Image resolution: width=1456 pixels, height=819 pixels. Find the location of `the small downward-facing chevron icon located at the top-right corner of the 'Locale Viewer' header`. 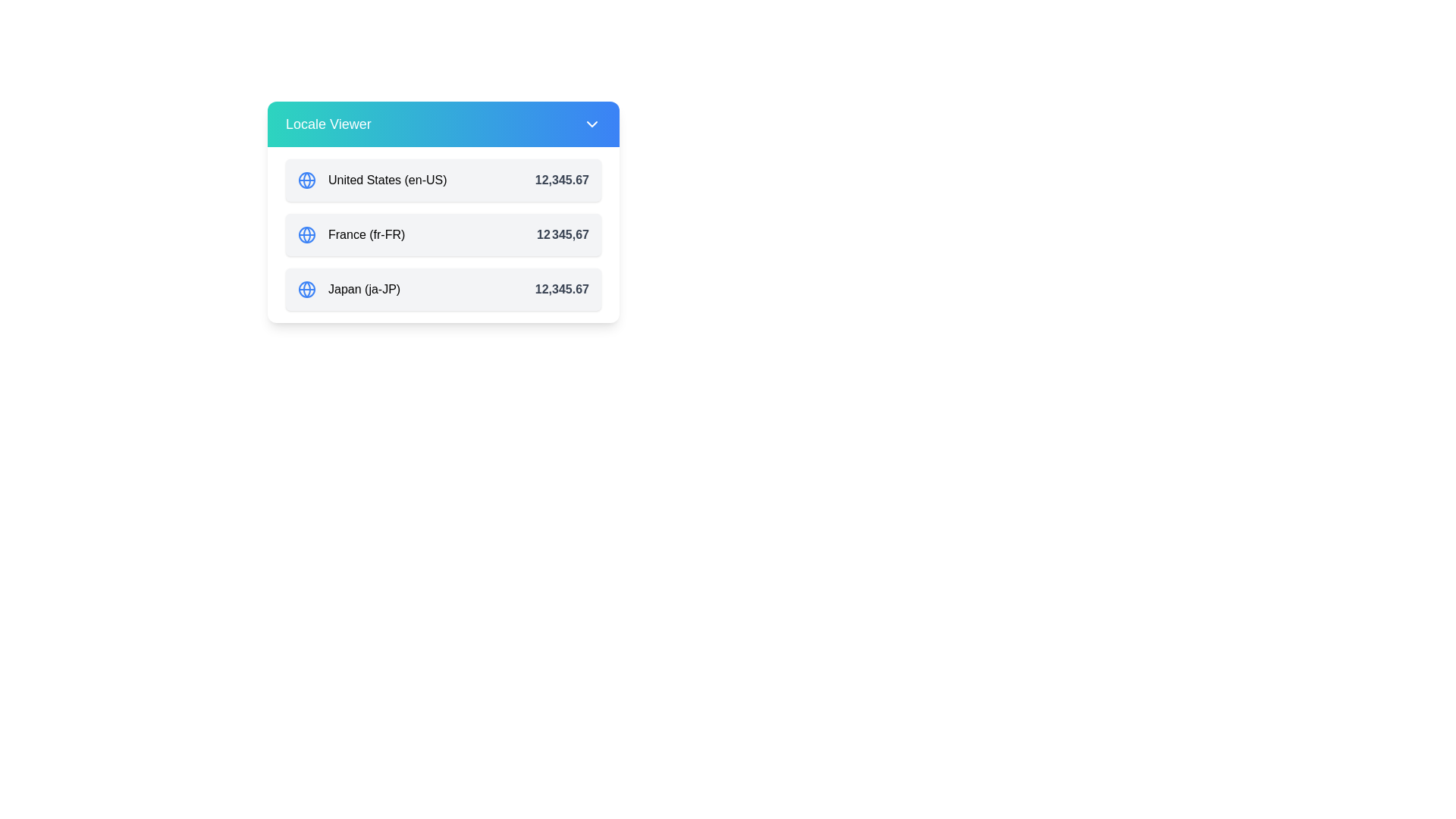

the small downward-facing chevron icon located at the top-right corner of the 'Locale Viewer' header is located at coordinates (591, 124).